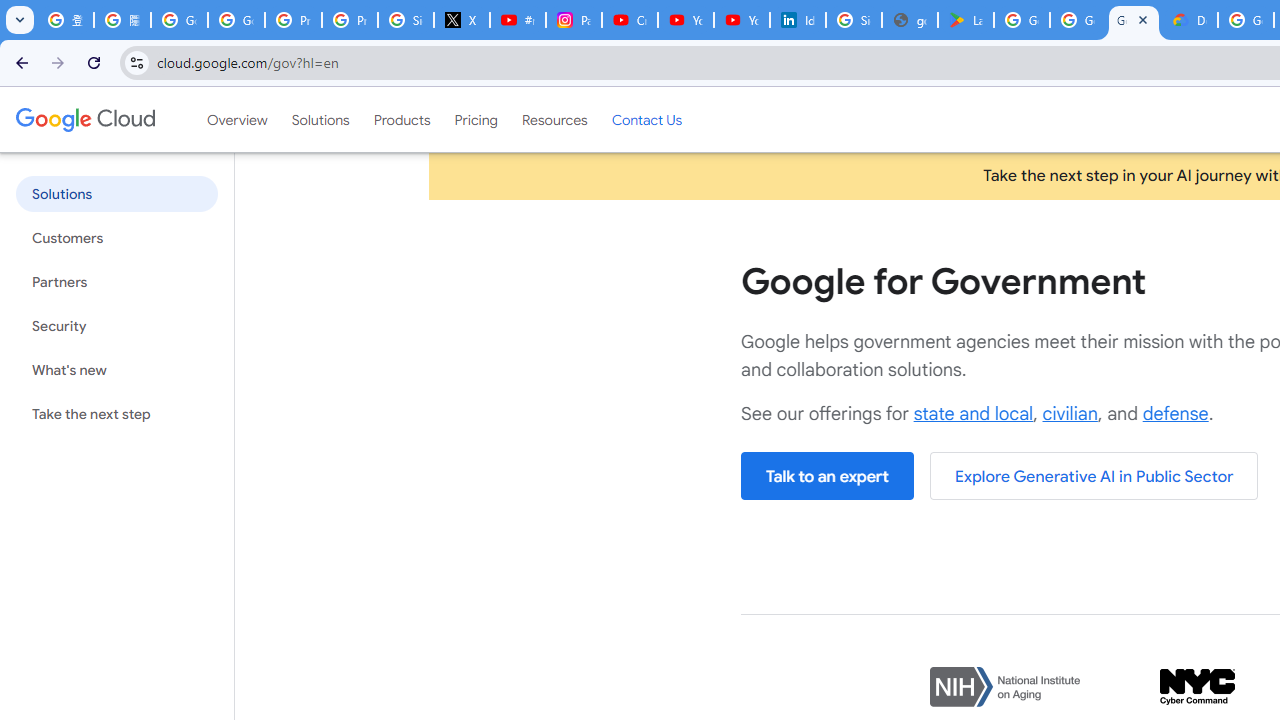 The image size is (1280, 720). I want to click on '#nbabasketballhighlights - YouTube', so click(518, 20).